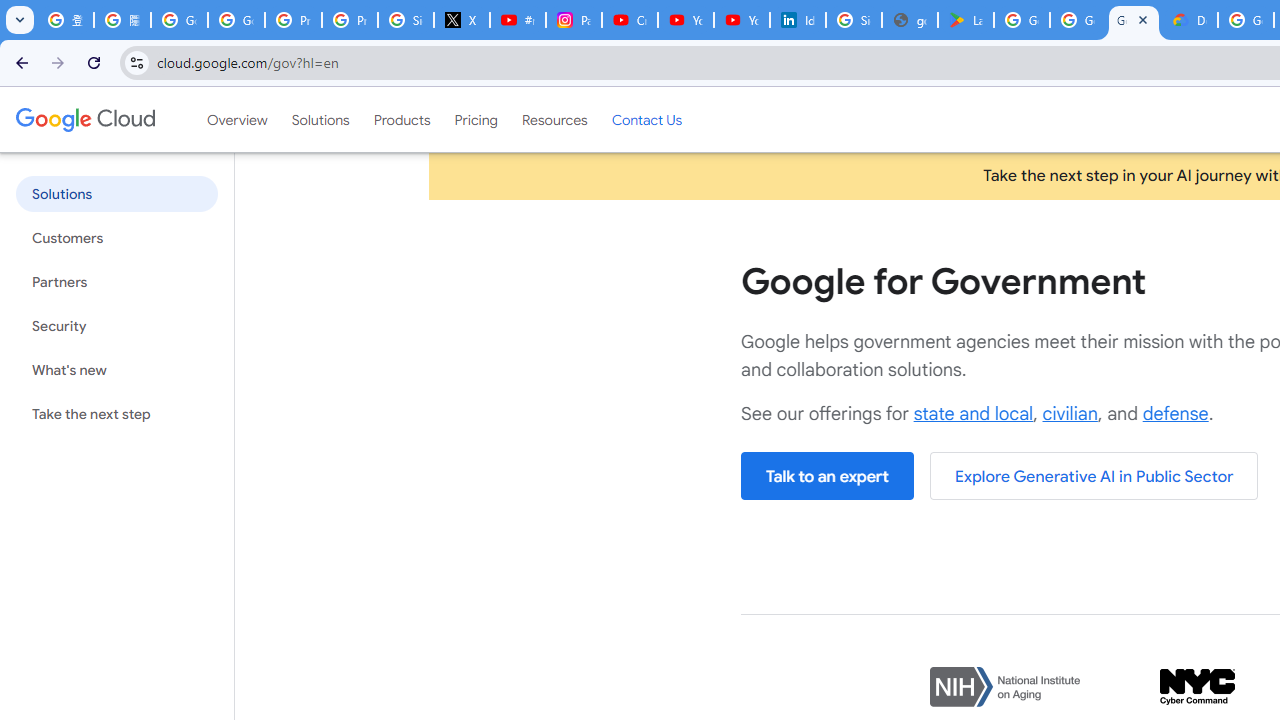 The image size is (1280, 720). I want to click on '#nbabasketballhighlights - YouTube', so click(518, 20).